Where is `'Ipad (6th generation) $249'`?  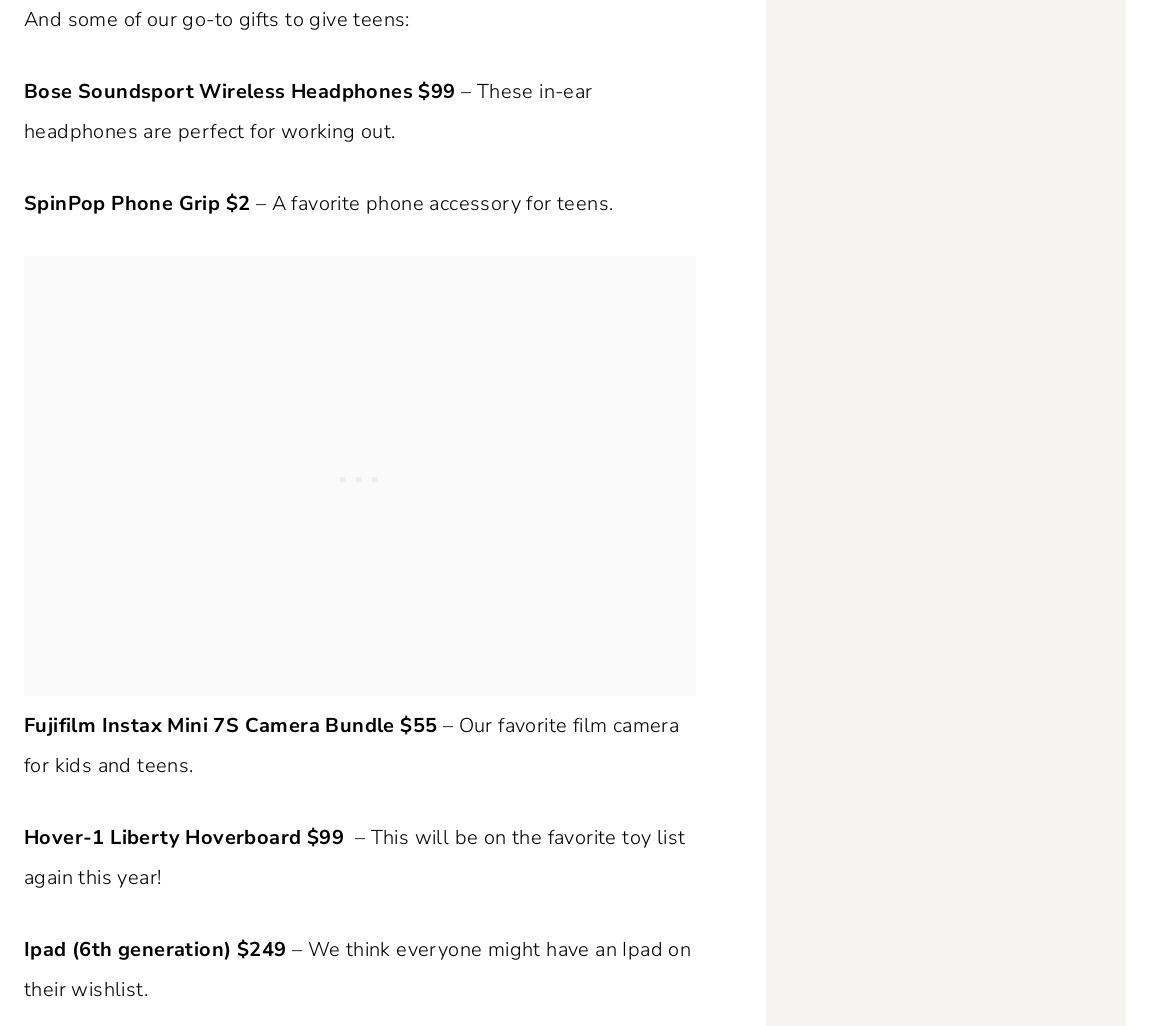 'Ipad (6th generation) $249' is located at coordinates (154, 949).